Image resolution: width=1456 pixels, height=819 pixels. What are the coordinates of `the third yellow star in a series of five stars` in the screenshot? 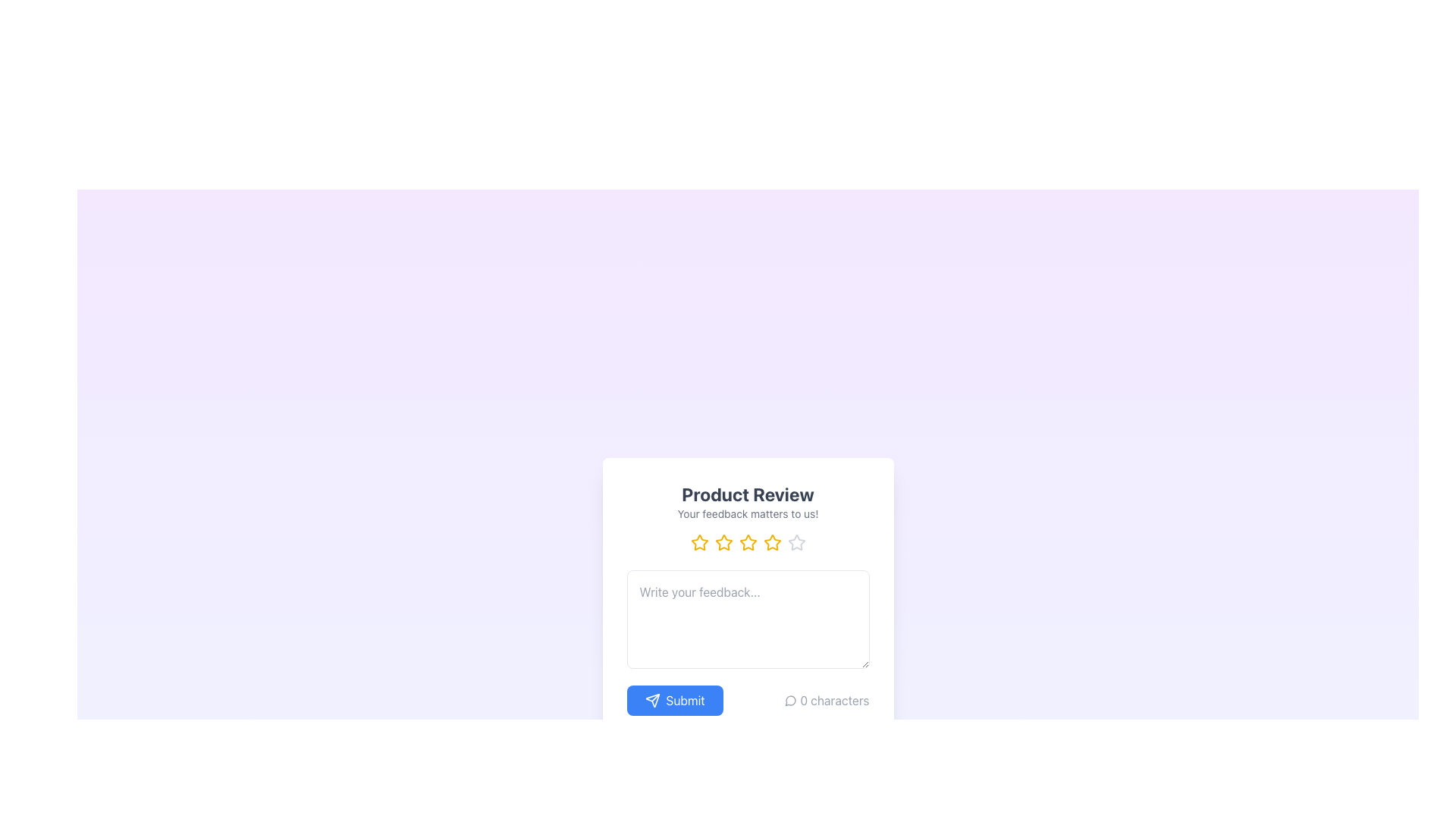 It's located at (723, 542).